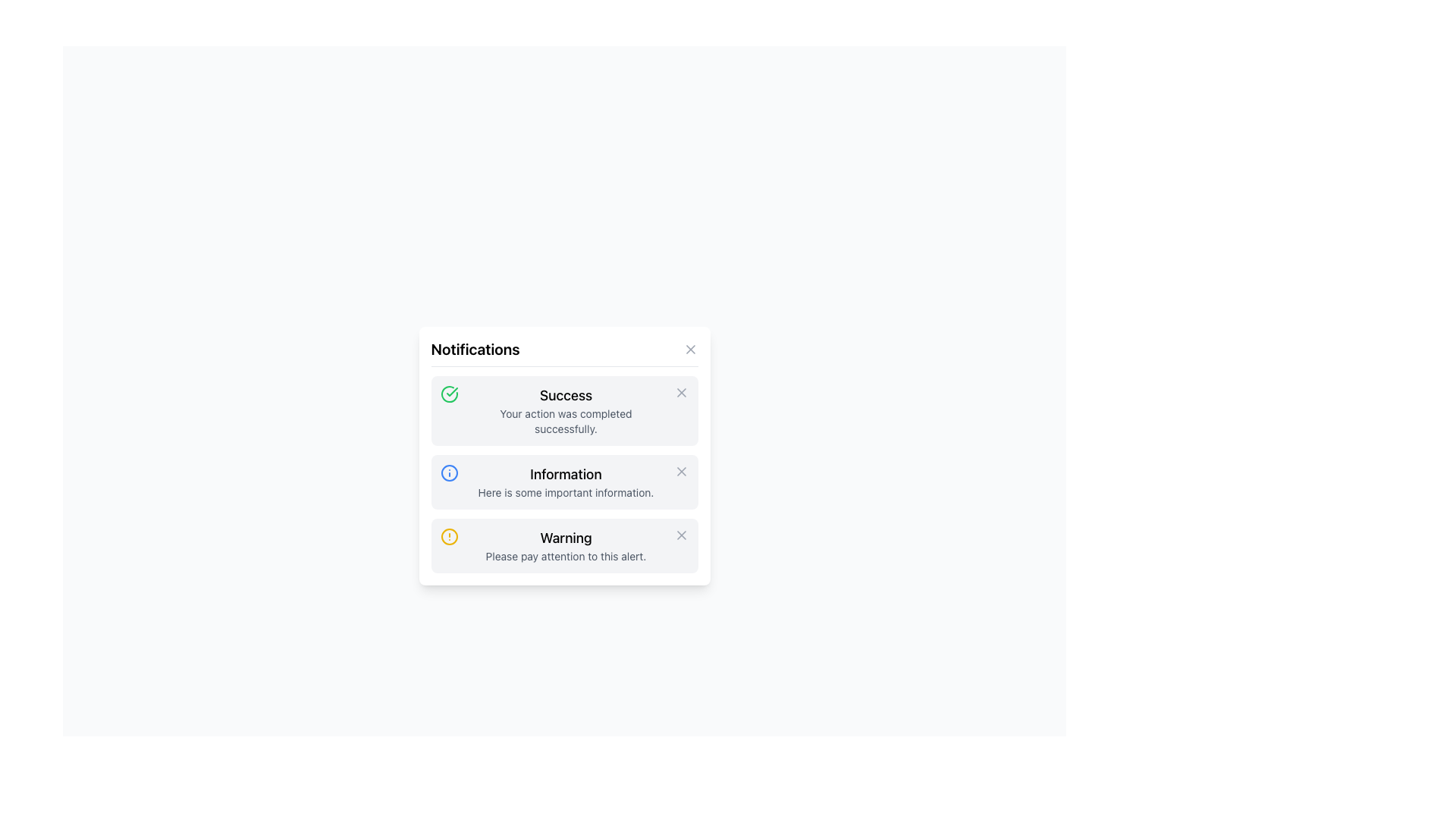 This screenshot has width=1456, height=819. I want to click on the 'Information' text label, which is a bold, larger font heading located at the top of the notification block, so click(565, 473).